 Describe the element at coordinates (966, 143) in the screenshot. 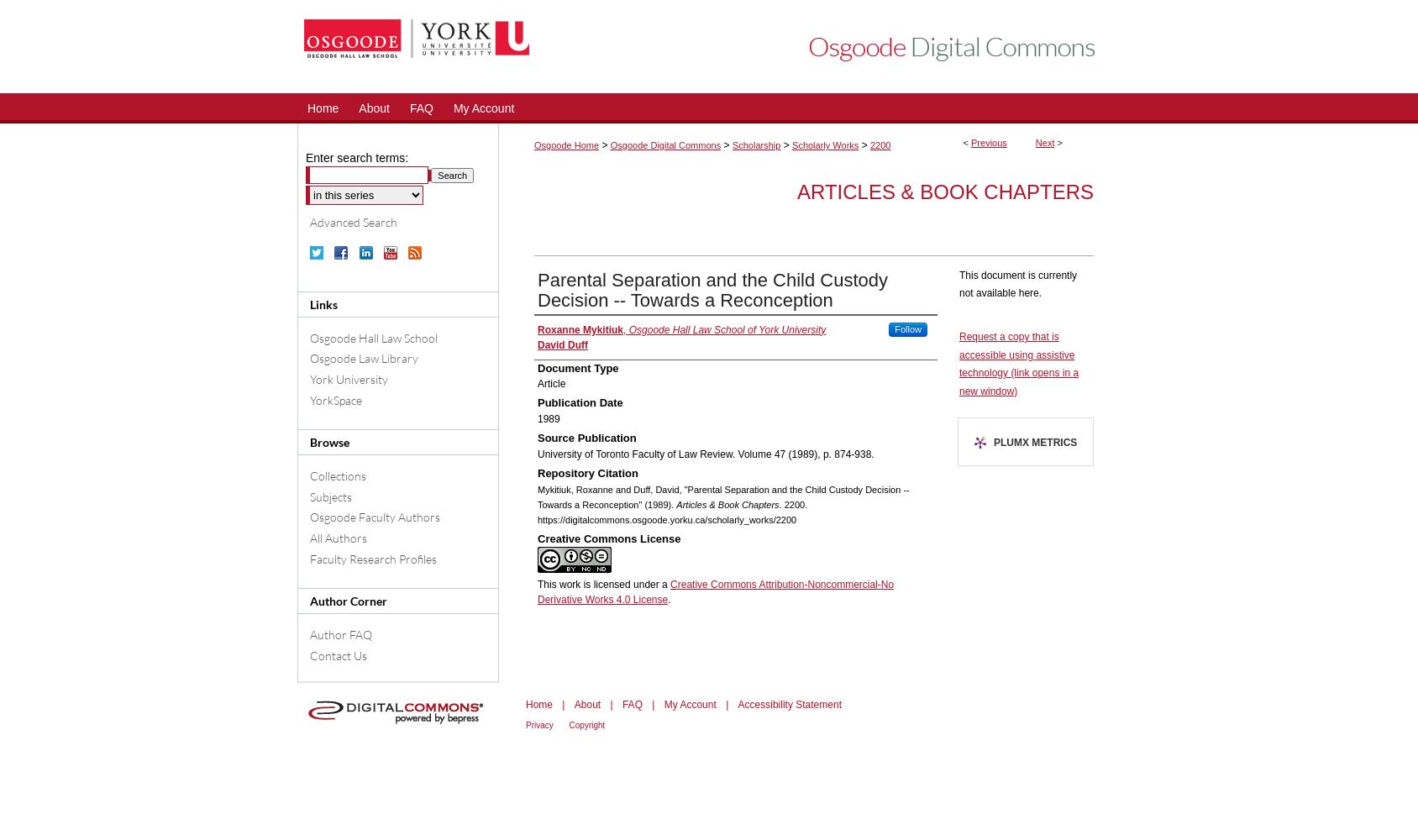

I see `'<'` at that location.